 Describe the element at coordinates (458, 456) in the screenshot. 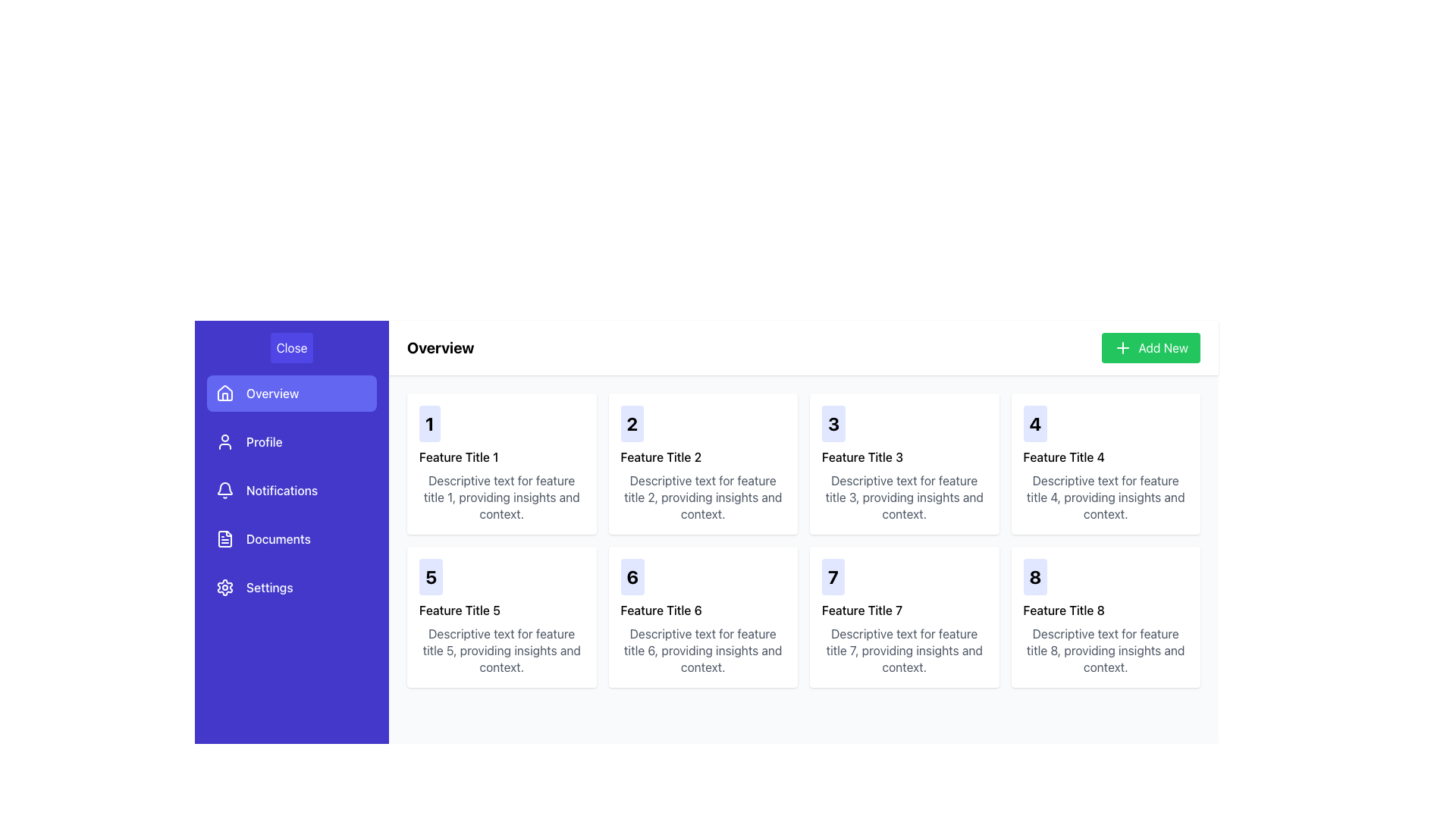

I see `the title text of the card located at the top-left of the grid layout` at that location.